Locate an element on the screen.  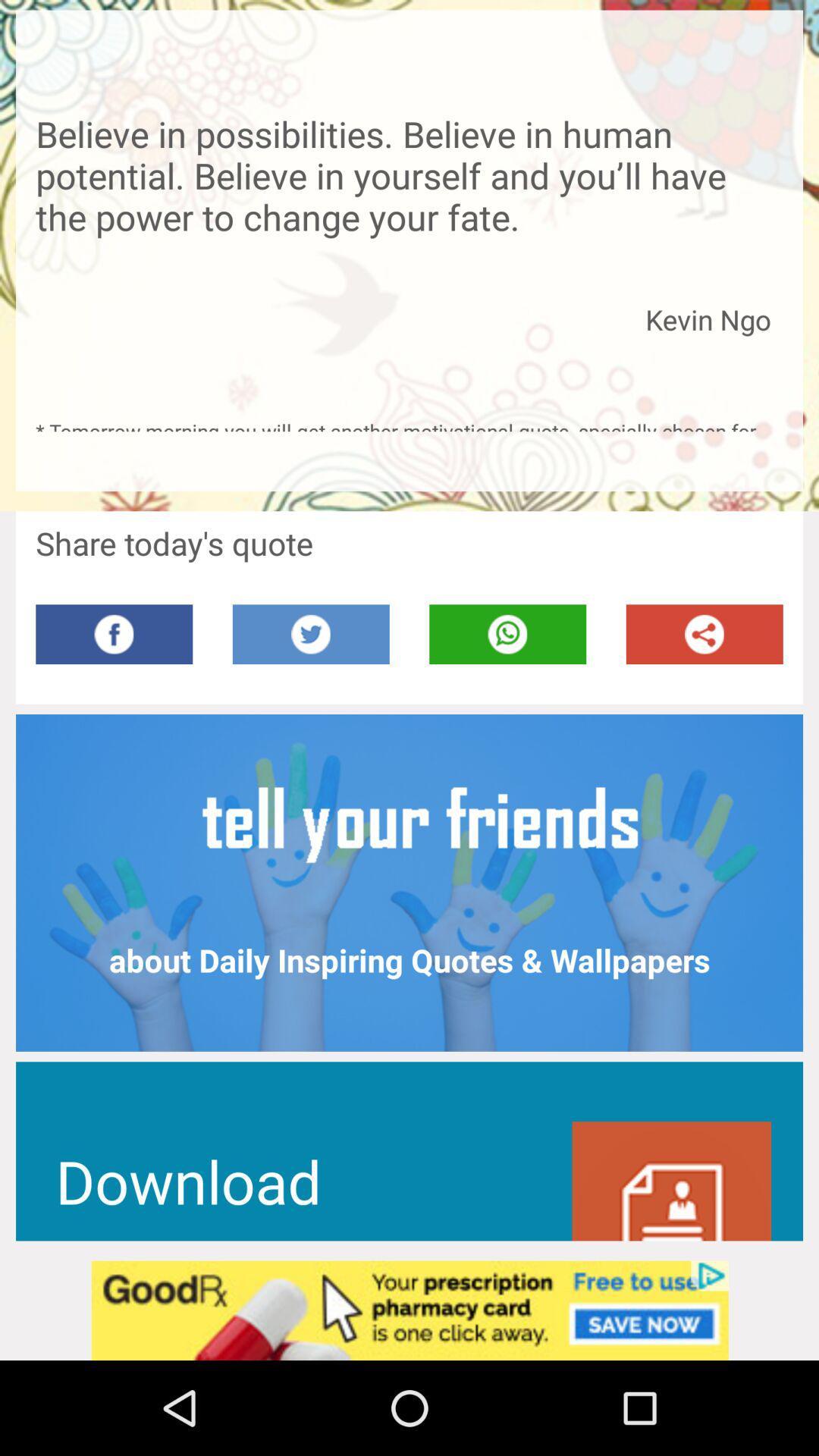
whatsapp image is located at coordinates (507, 634).